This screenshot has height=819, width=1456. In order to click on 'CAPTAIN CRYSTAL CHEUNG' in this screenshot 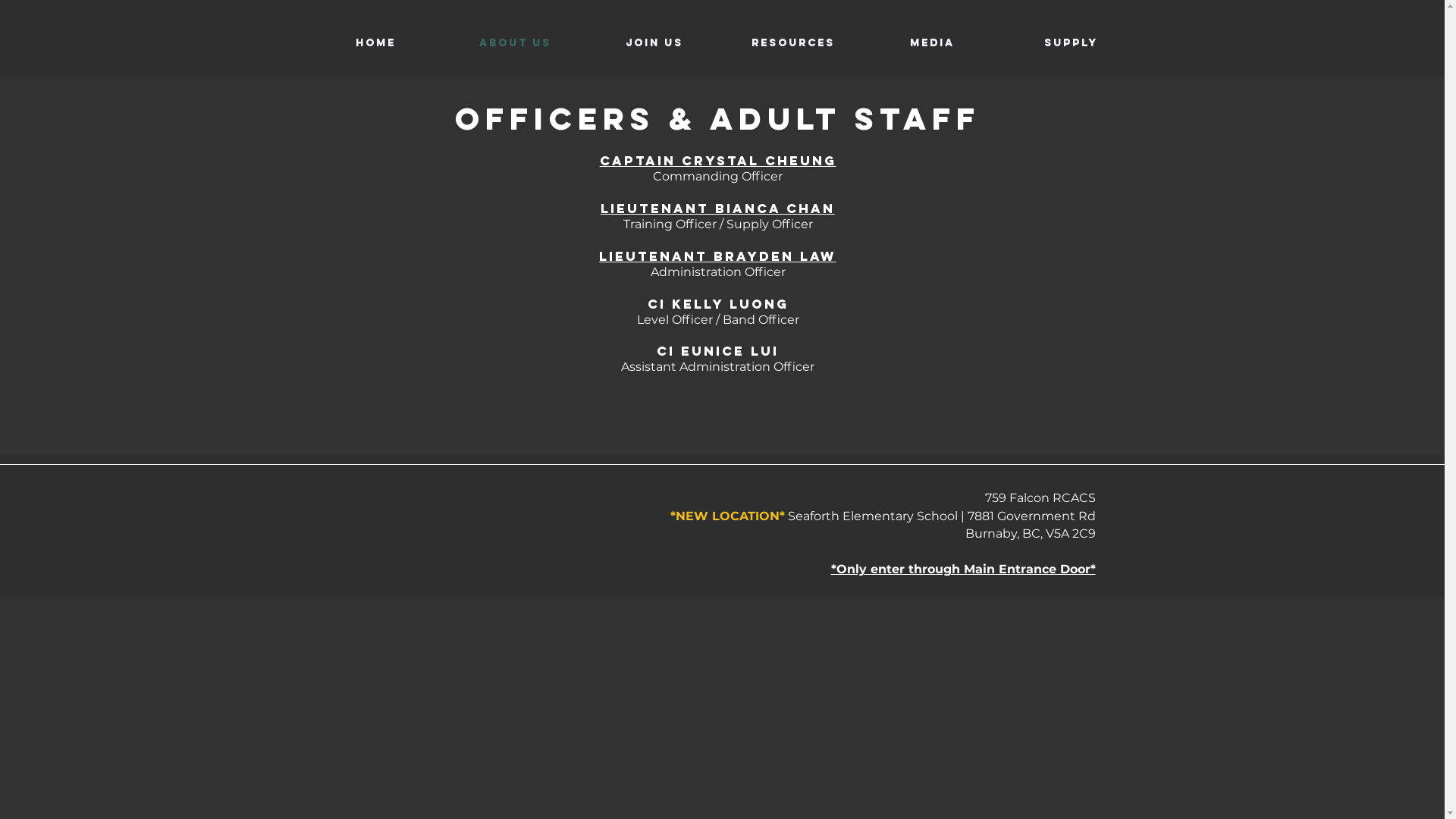, I will do `click(716, 161)`.